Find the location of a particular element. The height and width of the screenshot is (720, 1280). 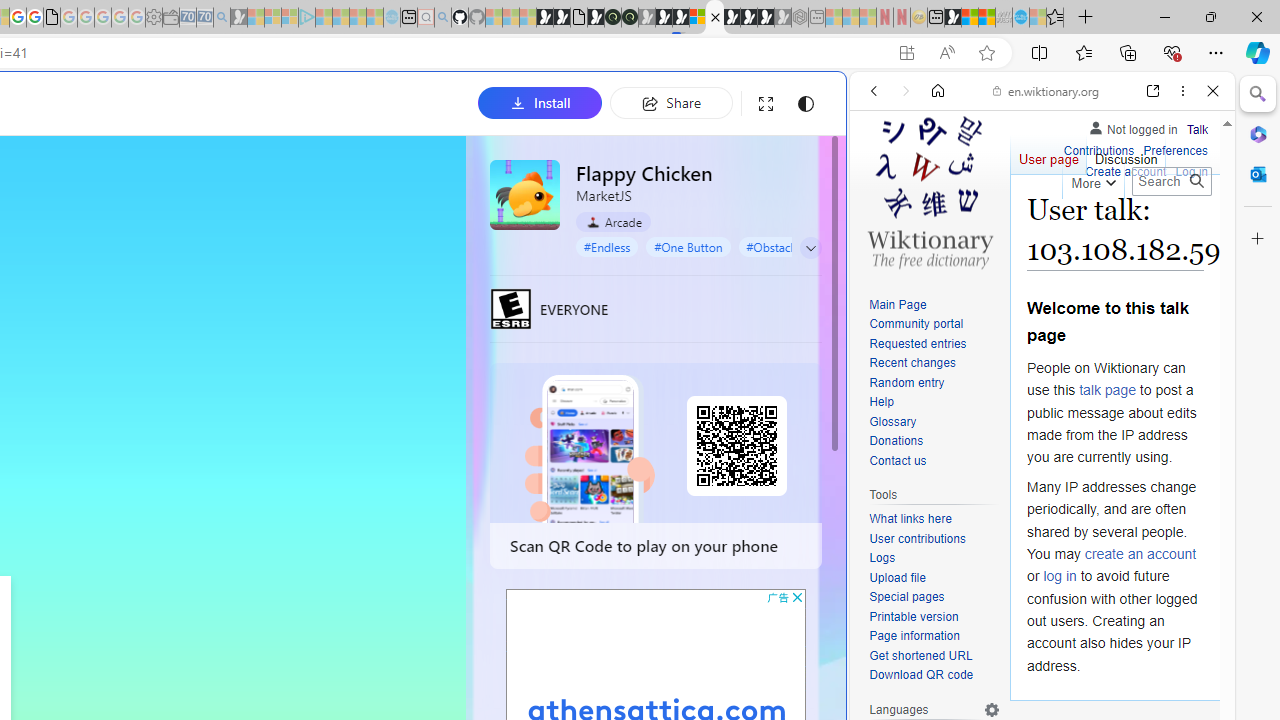

'Arcade' is located at coordinates (612, 222).